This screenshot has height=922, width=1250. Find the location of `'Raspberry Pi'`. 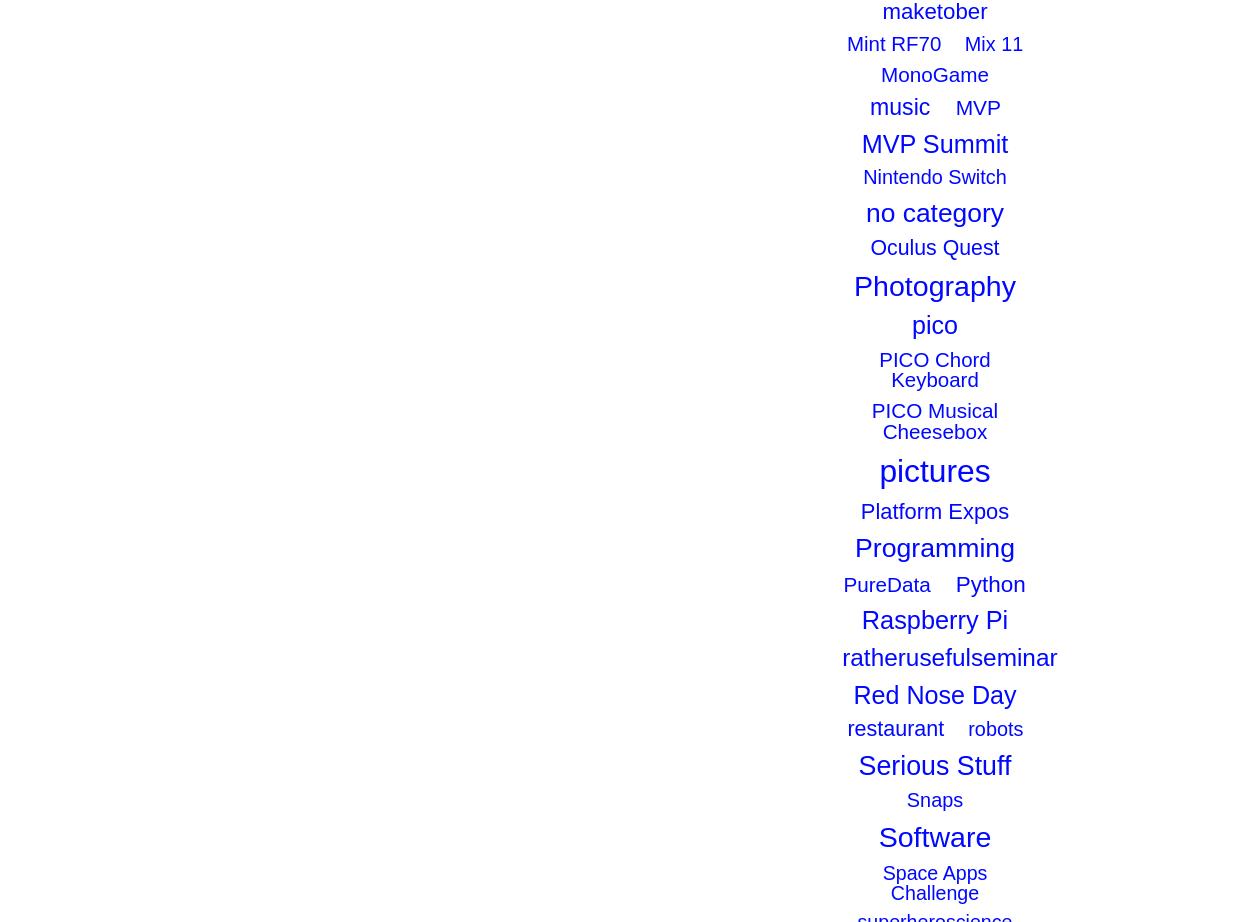

'Raspberry Pi' is located at coordinates (860, 620).